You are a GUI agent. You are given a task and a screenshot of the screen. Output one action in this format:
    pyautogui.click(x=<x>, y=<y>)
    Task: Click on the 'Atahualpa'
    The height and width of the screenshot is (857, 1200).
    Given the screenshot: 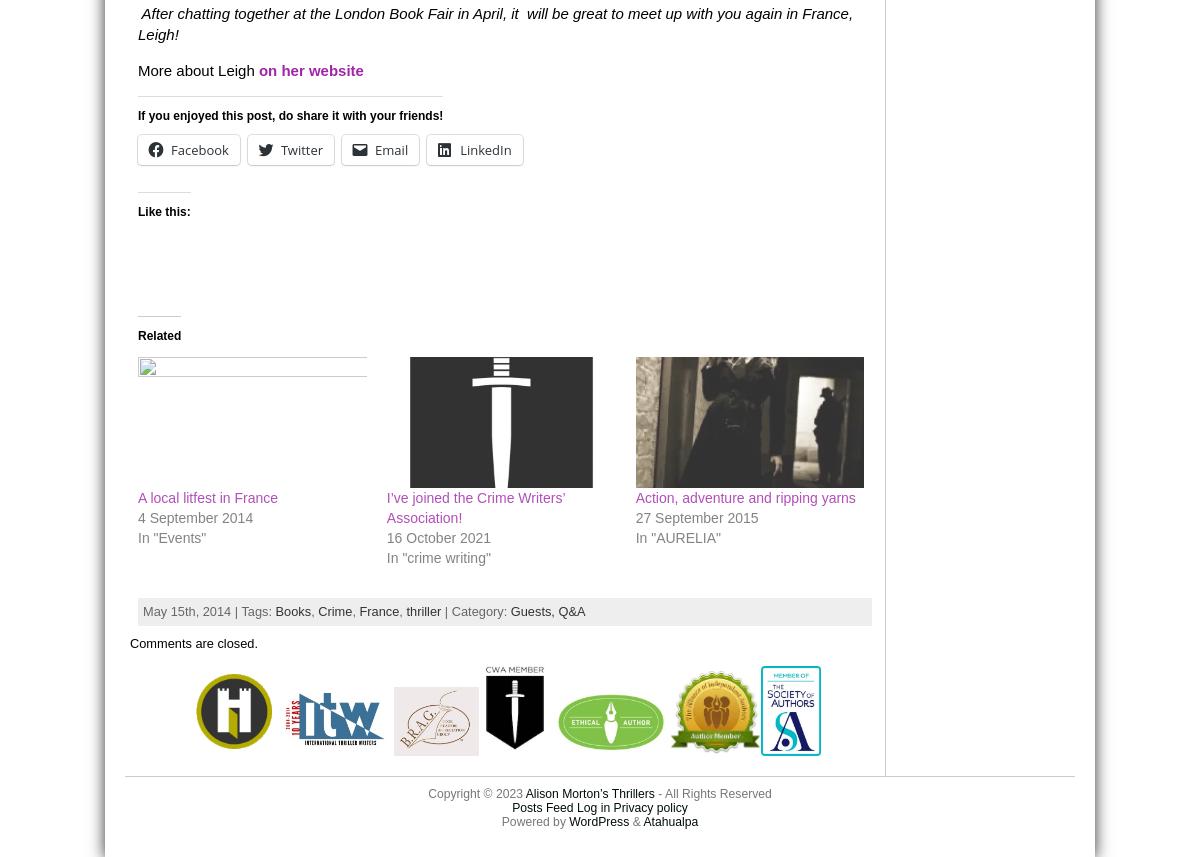 What is the action you would take?
    pyautogui.click(x=642, y=820)
    